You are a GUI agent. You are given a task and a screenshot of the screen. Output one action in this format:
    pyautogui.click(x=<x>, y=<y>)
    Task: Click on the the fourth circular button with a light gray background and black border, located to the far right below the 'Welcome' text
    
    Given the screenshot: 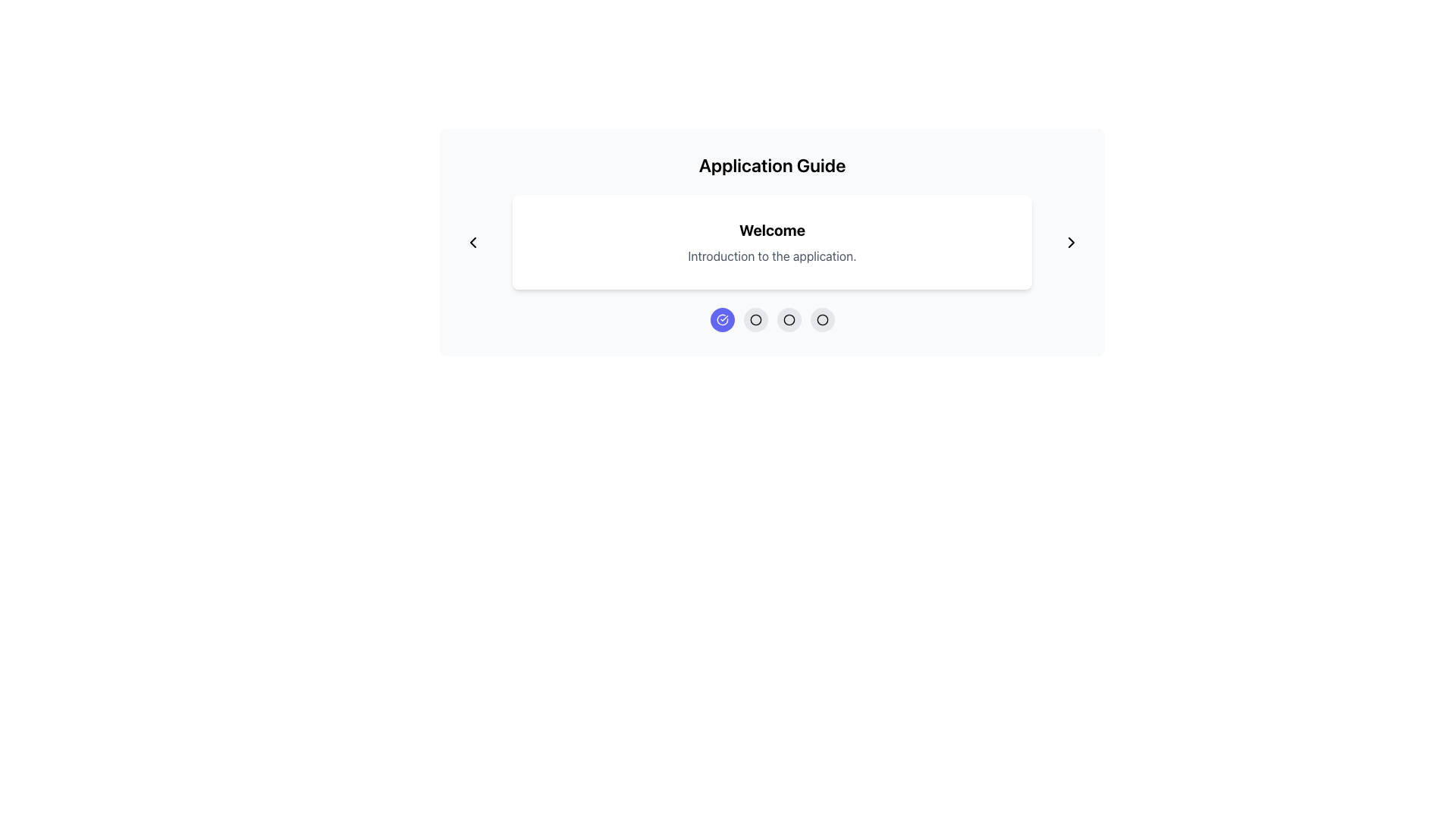 What is the action you would take?
    pyautogui.click(x=821, y=318)
    